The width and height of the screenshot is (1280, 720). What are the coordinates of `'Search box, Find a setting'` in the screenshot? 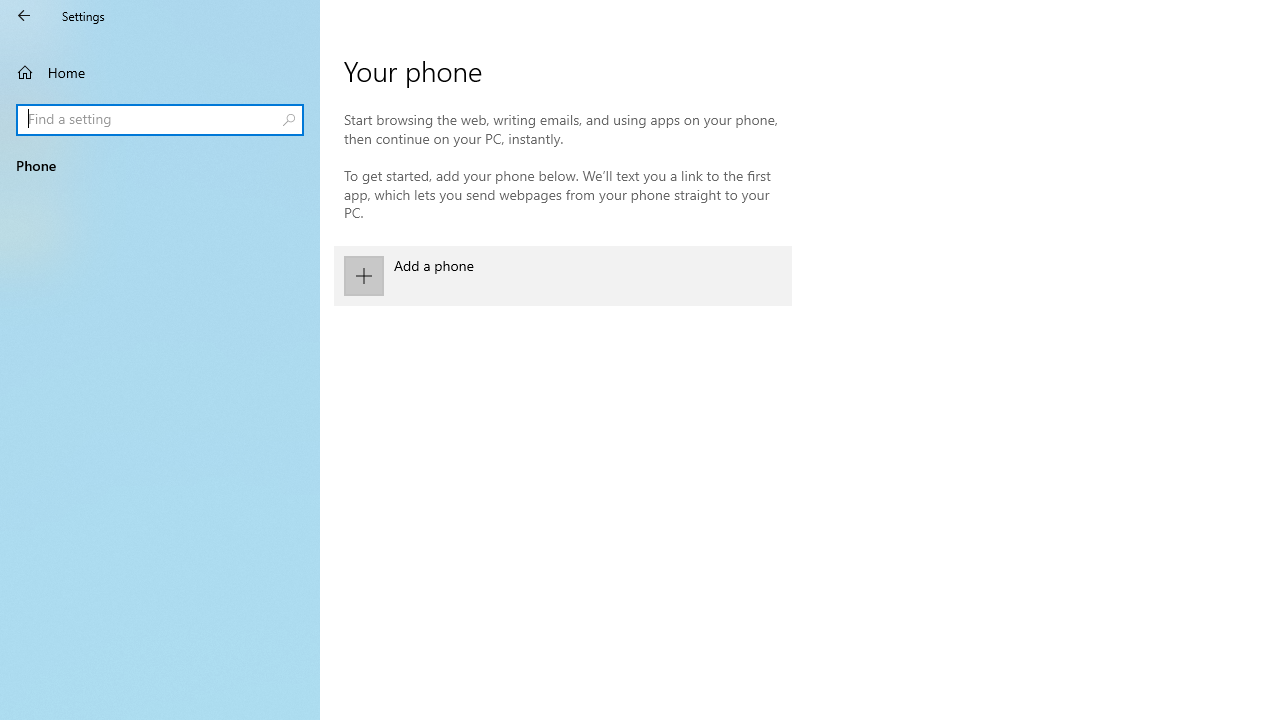 It's located at (160, 119).